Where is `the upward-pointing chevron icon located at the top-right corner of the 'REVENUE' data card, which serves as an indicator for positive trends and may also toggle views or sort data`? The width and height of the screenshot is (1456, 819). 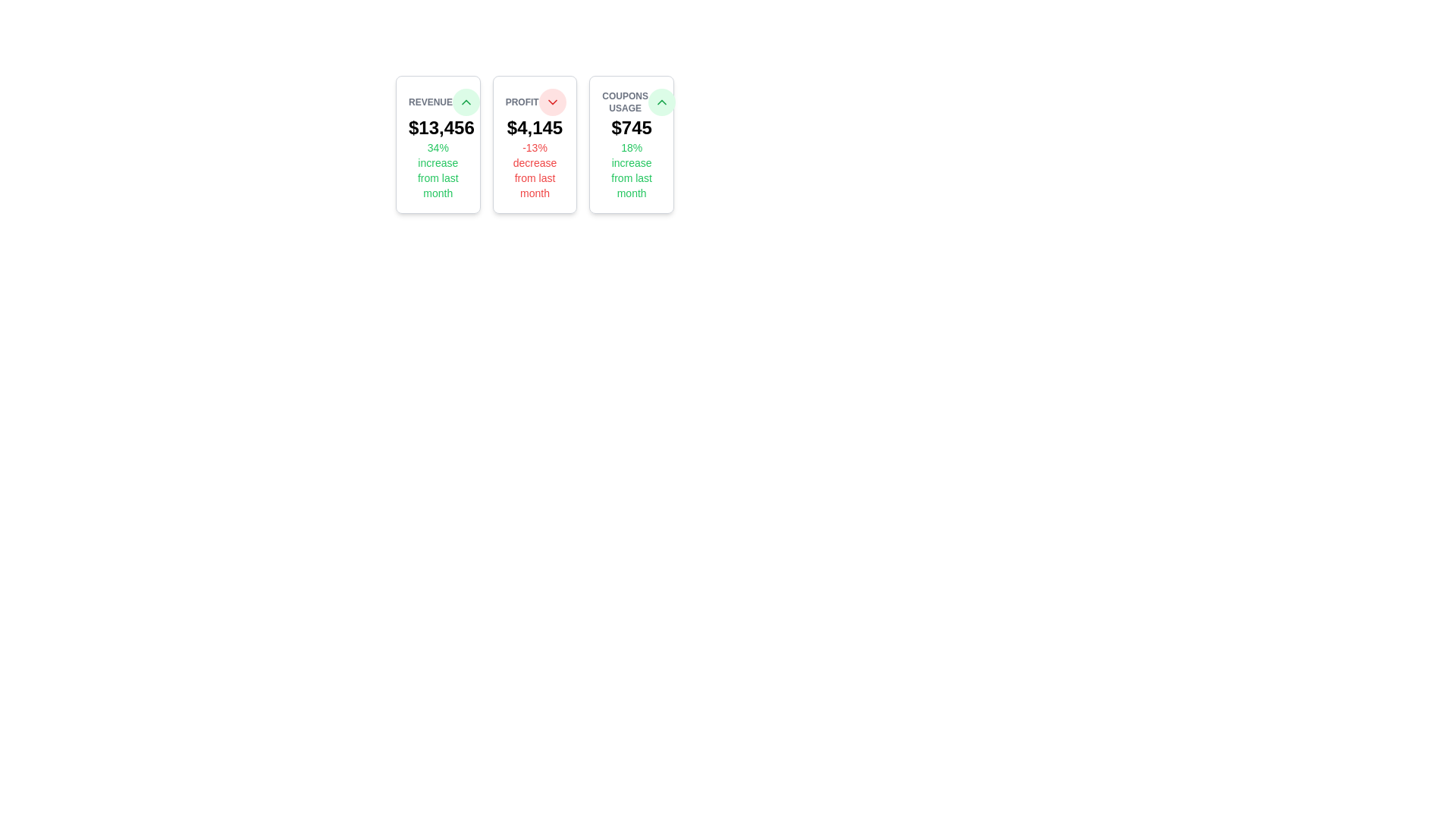
the upward-pointing chevron icon located at the top-right corner of the 'REVENUE' data card, which serves as an indicator for positive trends and may also toggle views or sort data is located at coordinates (465, 102).